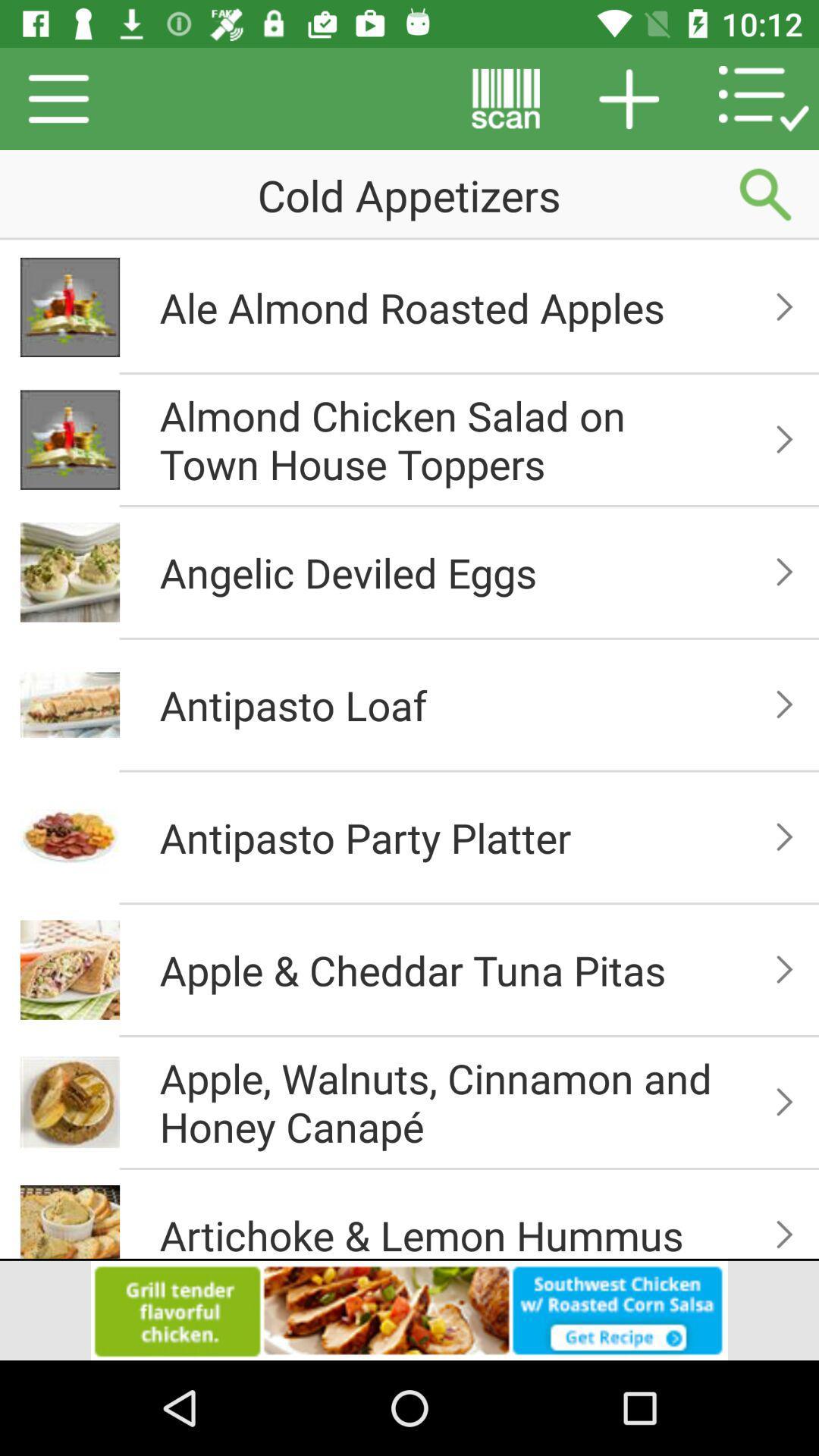 This screenshot has width=819, height=1456. Describe the element at coordinates (629, 98) in the screenshot. I see `the add icon` at that location.